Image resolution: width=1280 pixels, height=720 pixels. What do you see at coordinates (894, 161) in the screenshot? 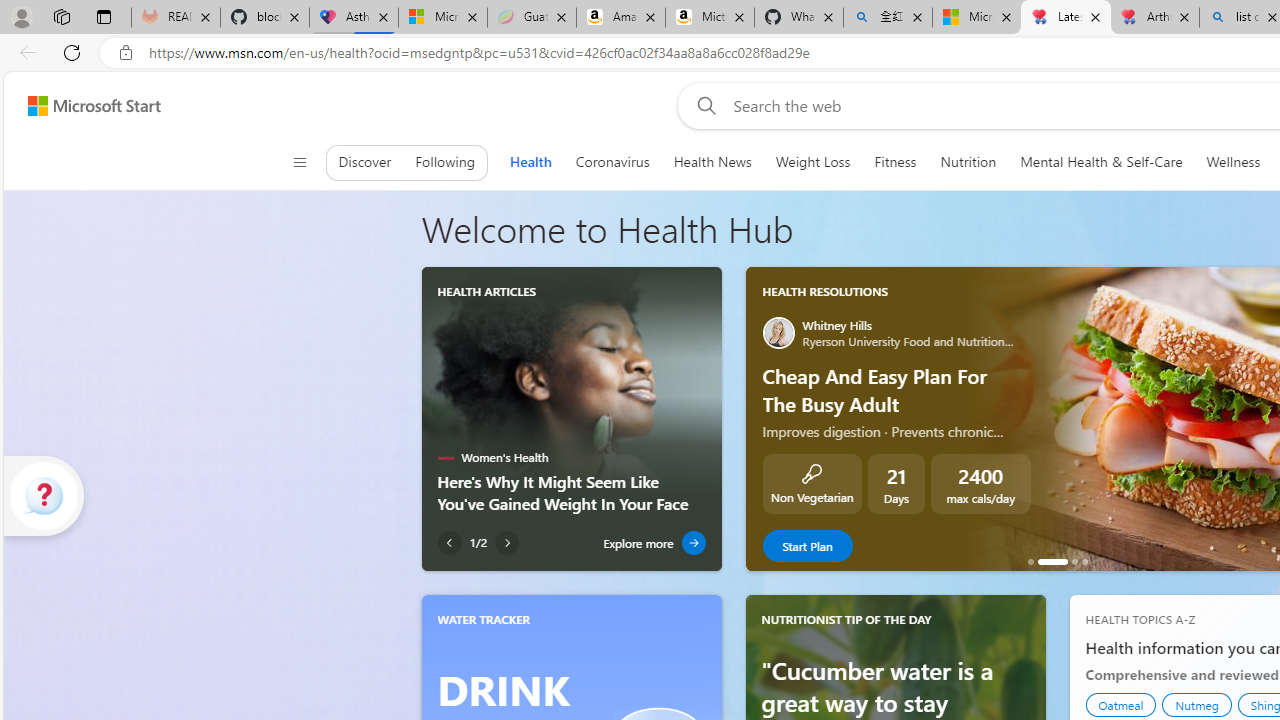
I see `'Fitness'` at bounding box center [894, 161].